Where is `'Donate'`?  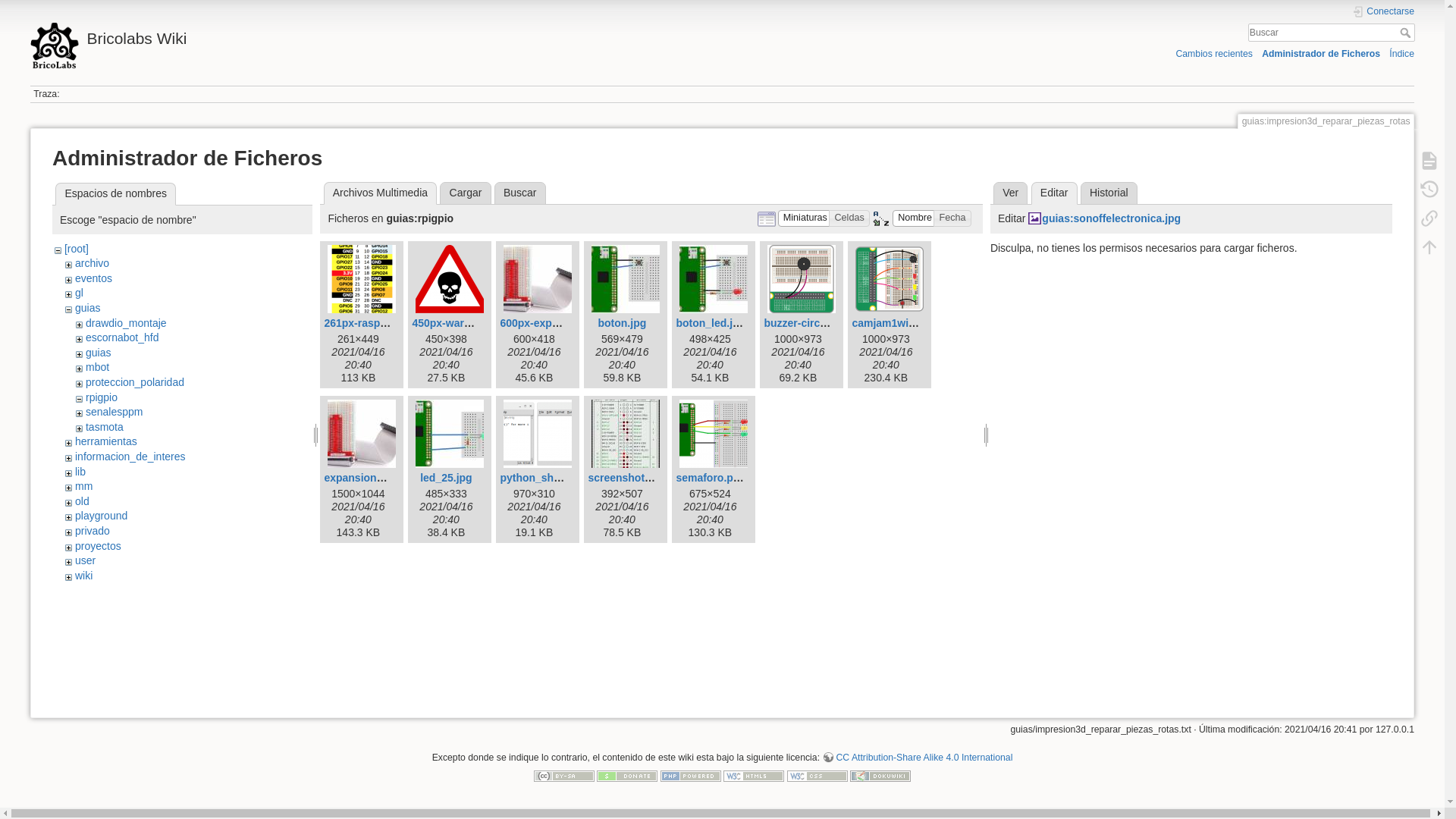
'Donate' is located at coordinates (626, 775).